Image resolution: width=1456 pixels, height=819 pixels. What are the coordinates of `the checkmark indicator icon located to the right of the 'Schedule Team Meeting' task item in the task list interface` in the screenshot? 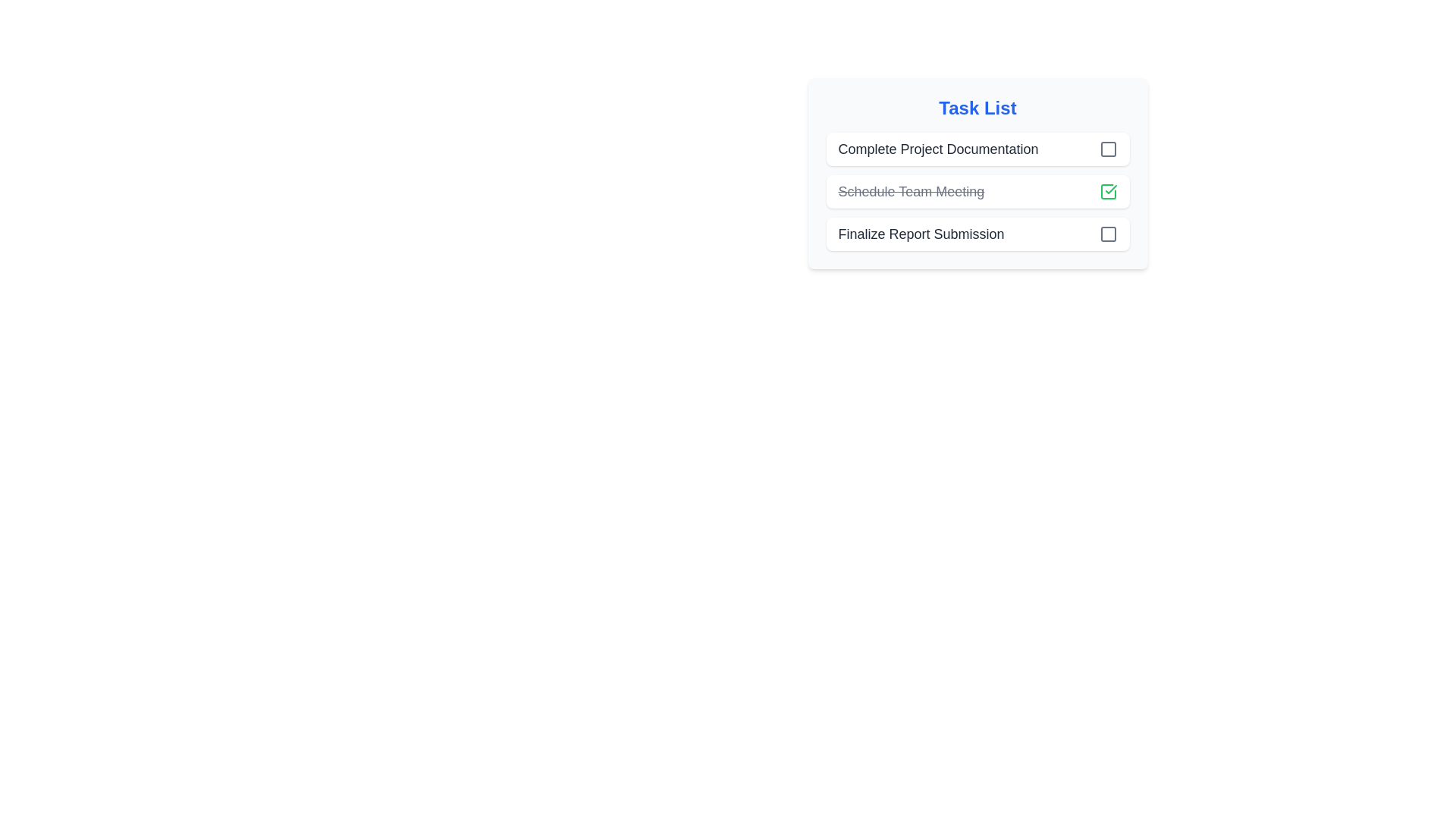 It's located at (1110, 189).